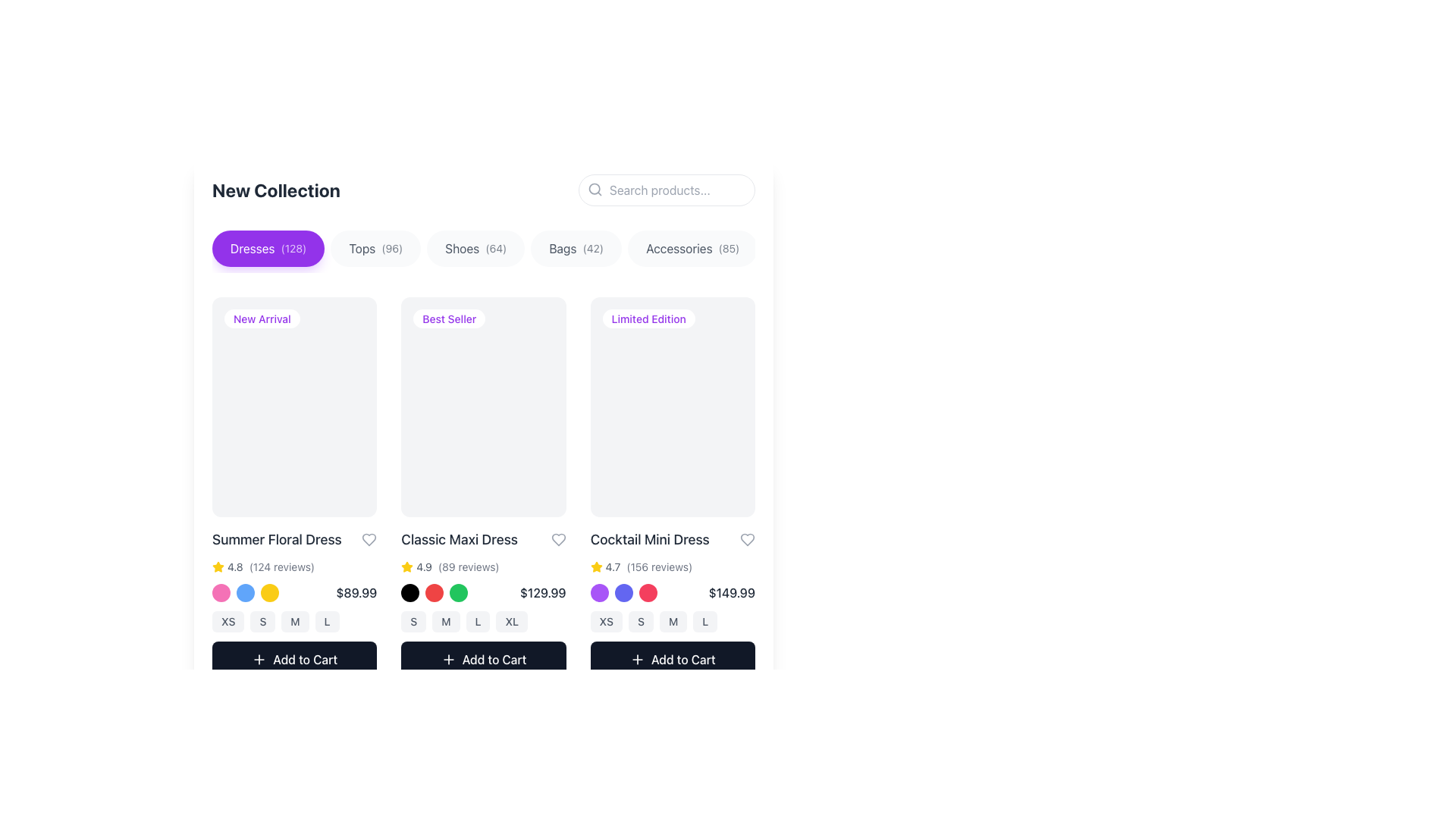 Image resolution: width=1456 pixels, height=819 pixels. Describe the element at coordinates (468, 566) in the screenshot. I see `the text label displaying '(89 reviews)', which is styled in gray and located to the right of the rating '4.9' and the star icon` at that location.